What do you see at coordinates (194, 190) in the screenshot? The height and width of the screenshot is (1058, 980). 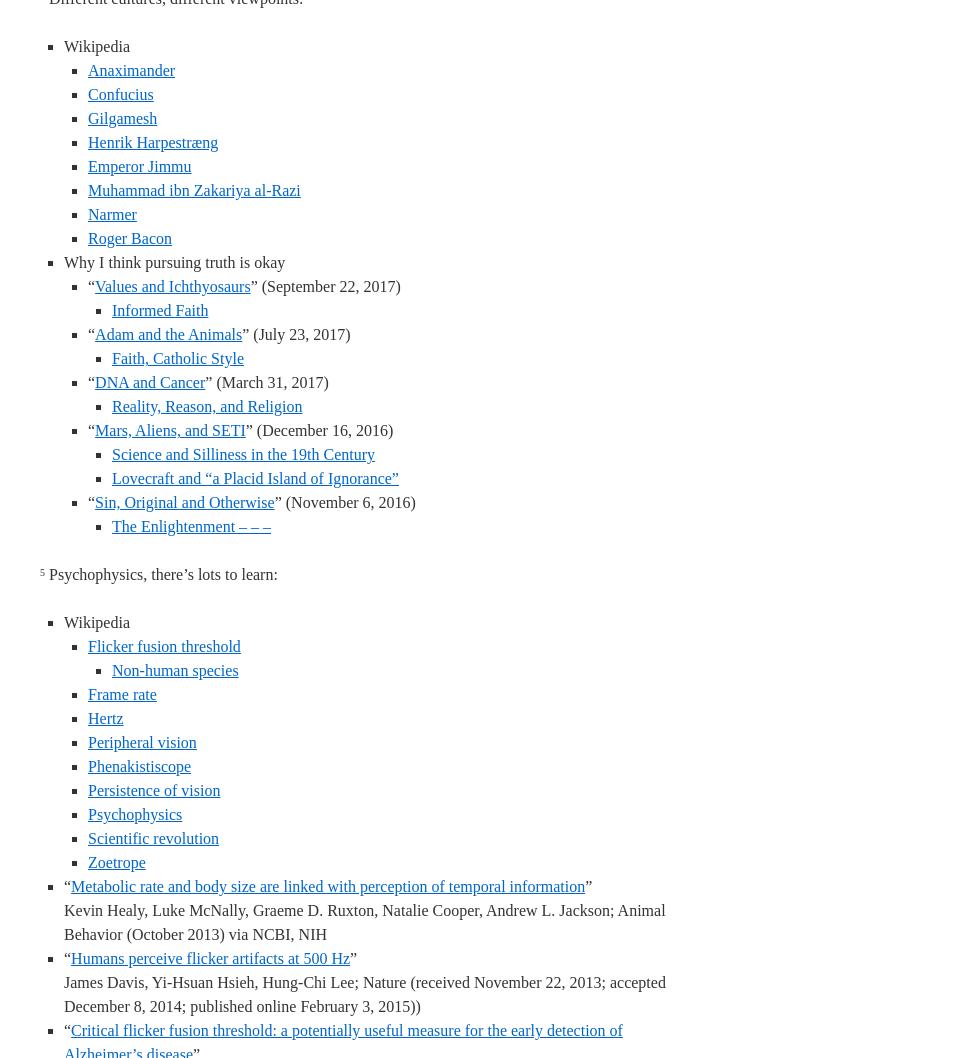 I see `'Muhammad ibn Zakariya al-Razi'` at bounding box center [194, 190].